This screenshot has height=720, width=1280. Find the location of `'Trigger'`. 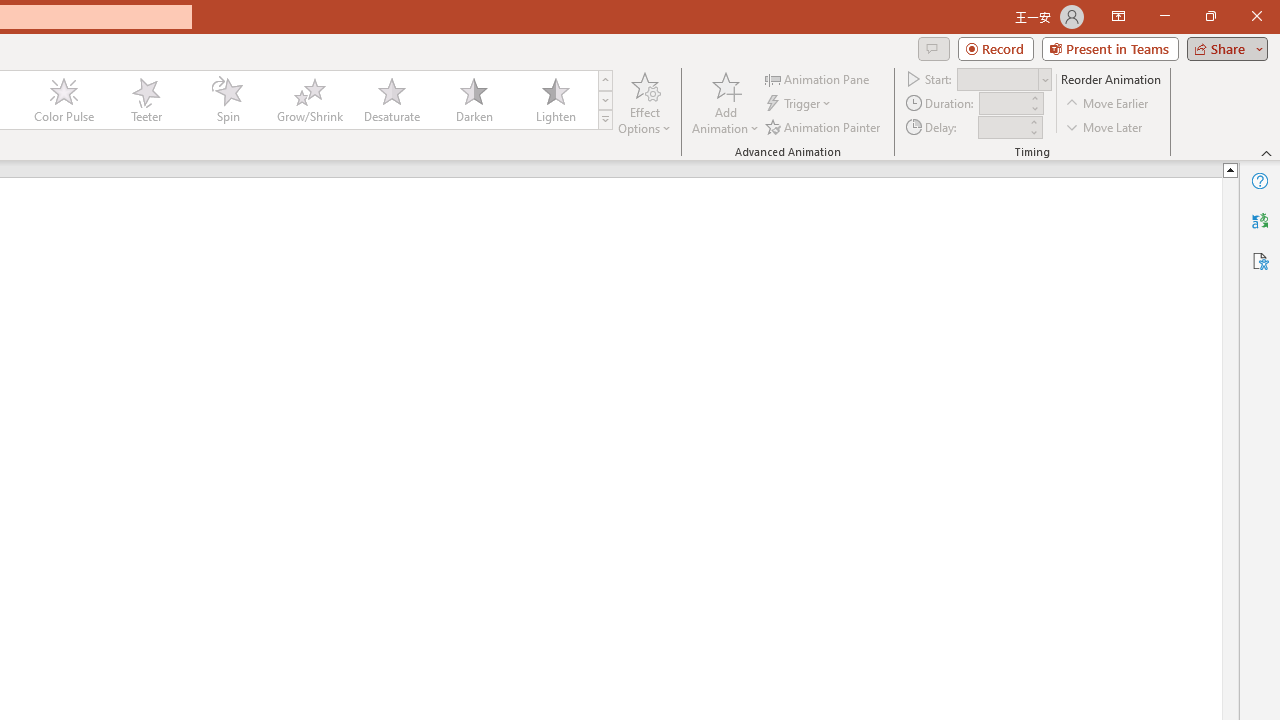

'Trigger' is located at coordinates (800, 103).